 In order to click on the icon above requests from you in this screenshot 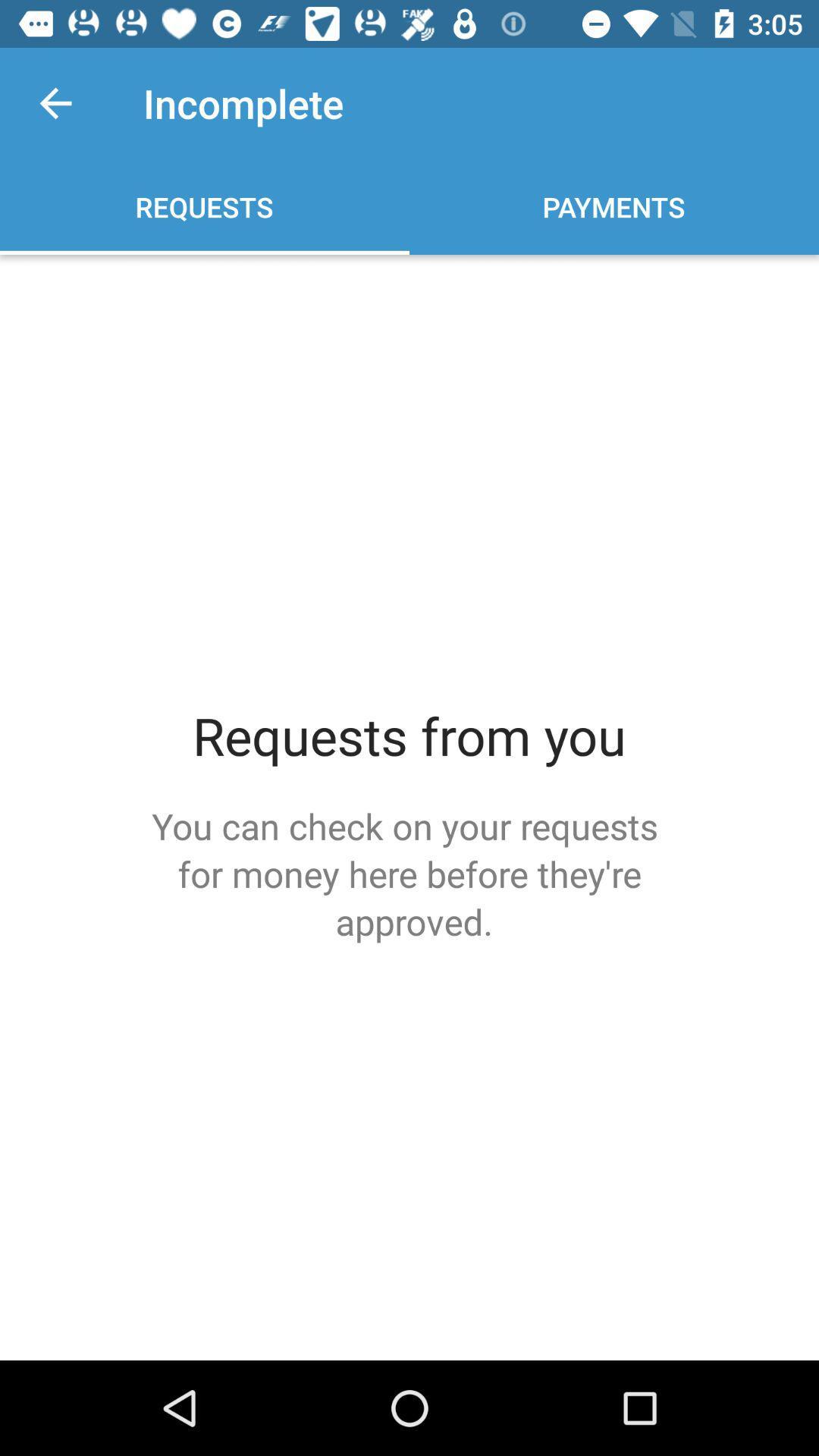, I will do `click(55, 102)`.